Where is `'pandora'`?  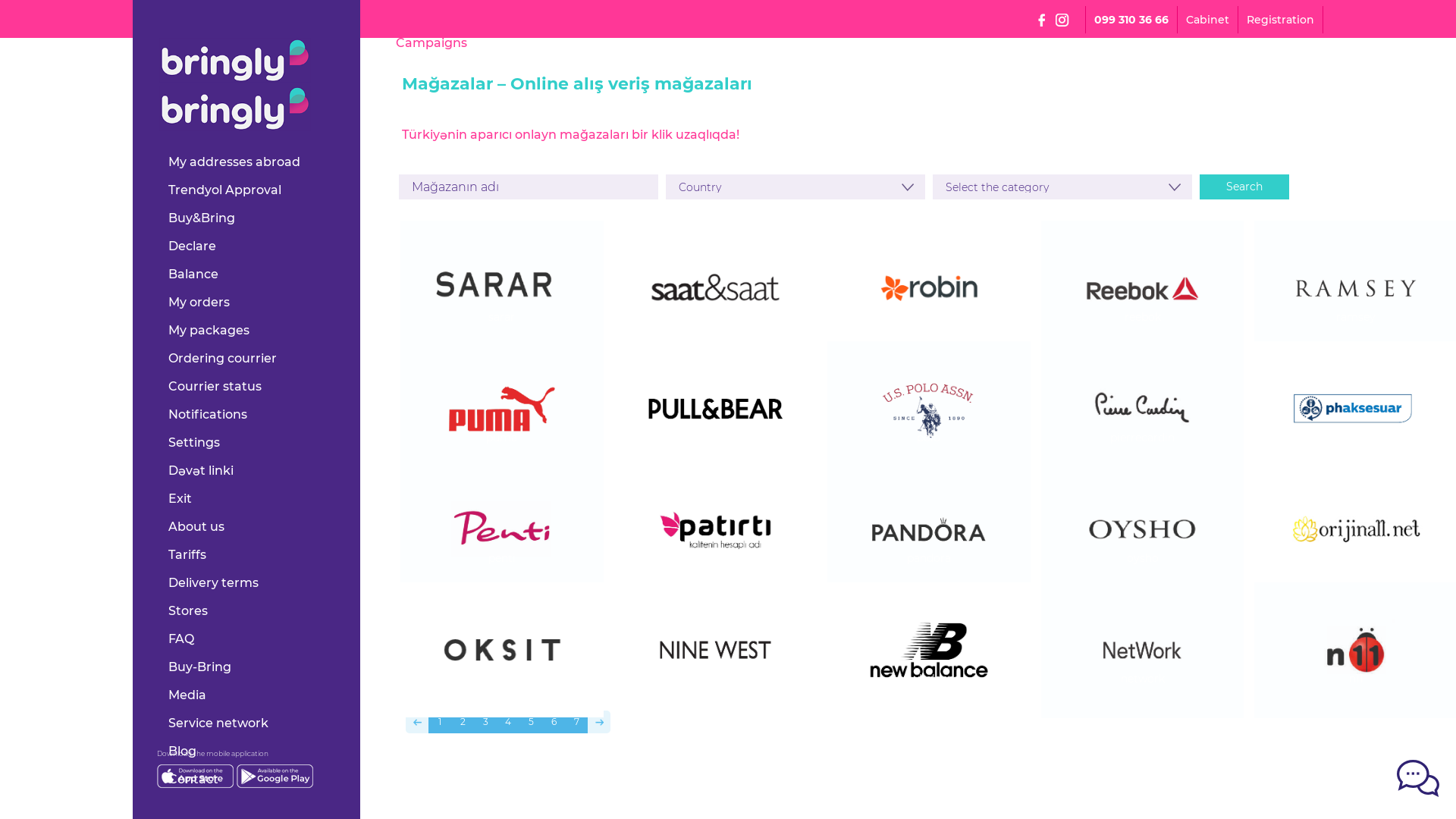
'pandora' is located at coordinates (927, 558).